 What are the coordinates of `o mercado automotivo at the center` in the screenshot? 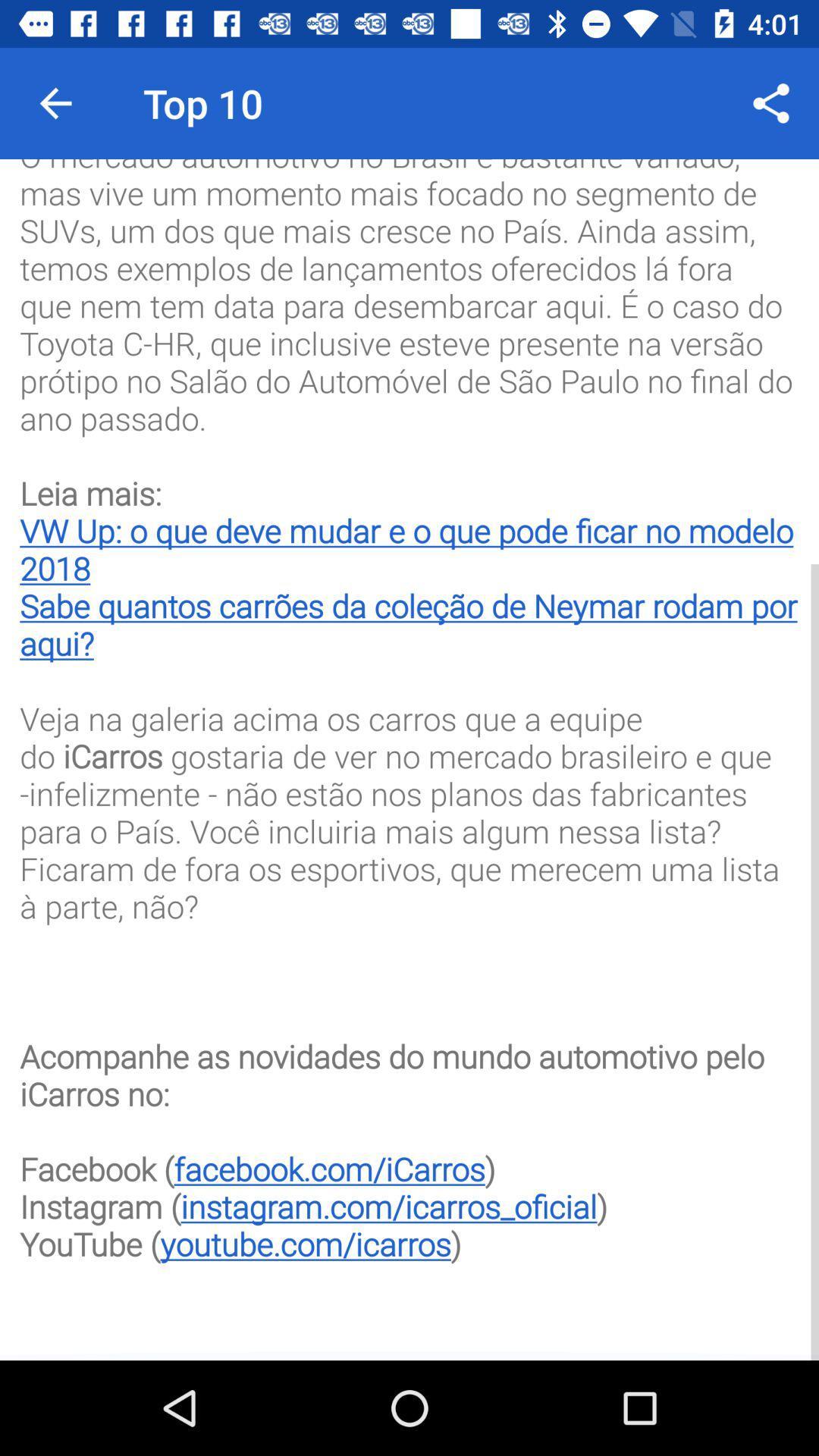 It's located at (409, 749).